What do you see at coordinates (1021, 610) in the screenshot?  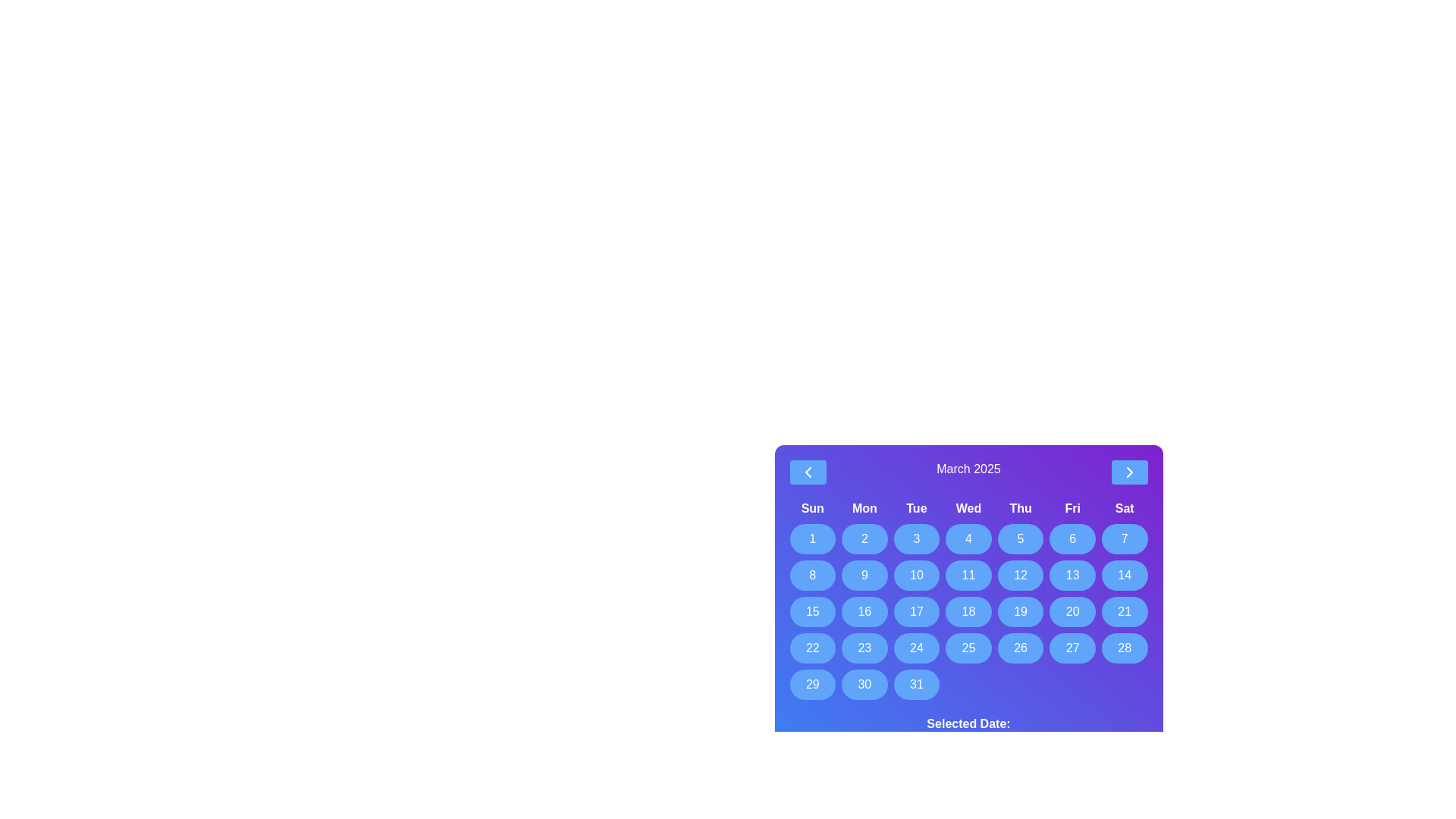 I see `the rounded rectangular button displaying the number '19' in the calendar grid for March 2025` at bounding box center [1021, 610].